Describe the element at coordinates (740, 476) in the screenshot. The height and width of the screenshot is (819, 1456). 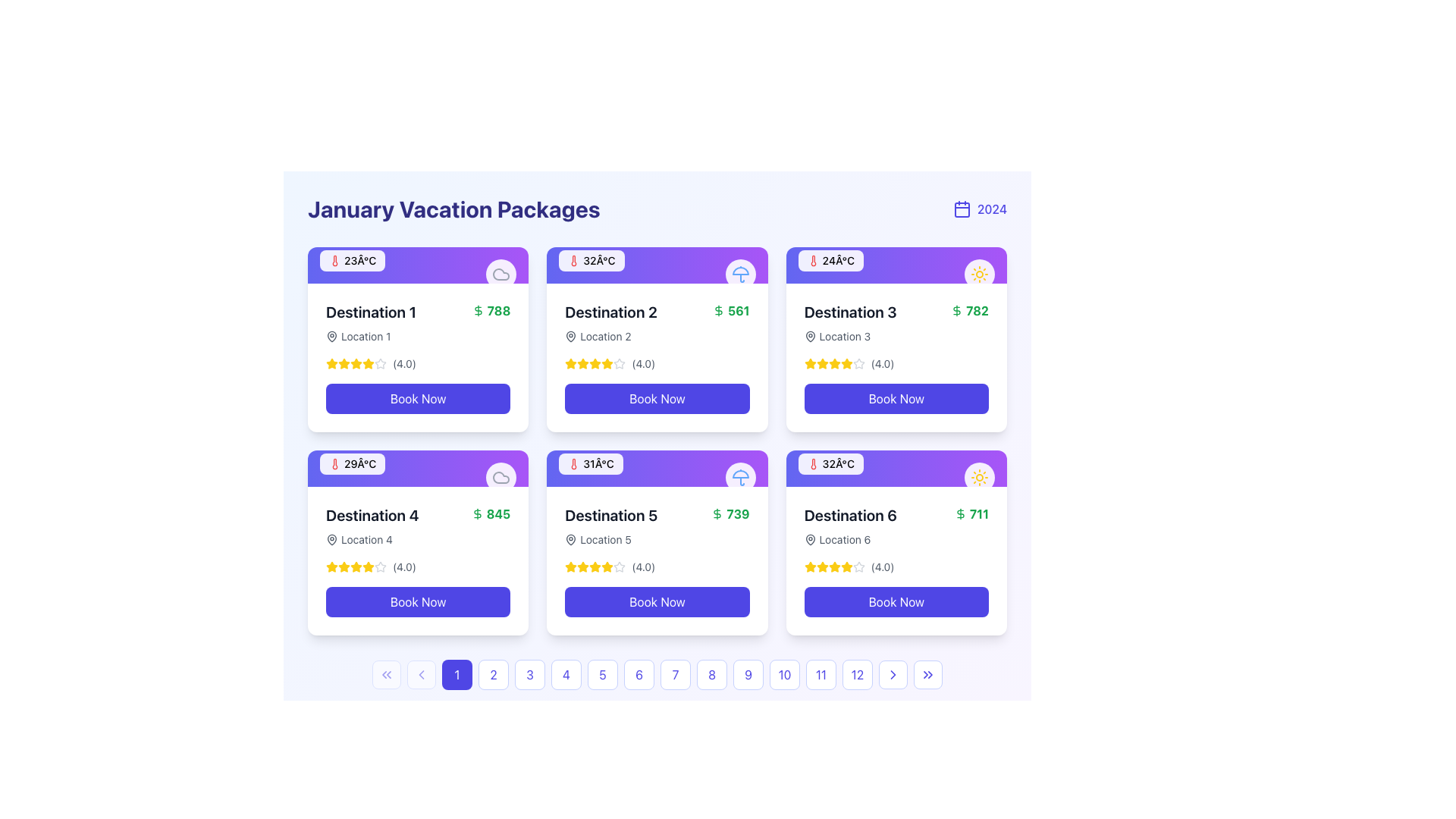
I see `the blue umbrella icon located at the top-right corner of the second card in the grid layout` at that location.